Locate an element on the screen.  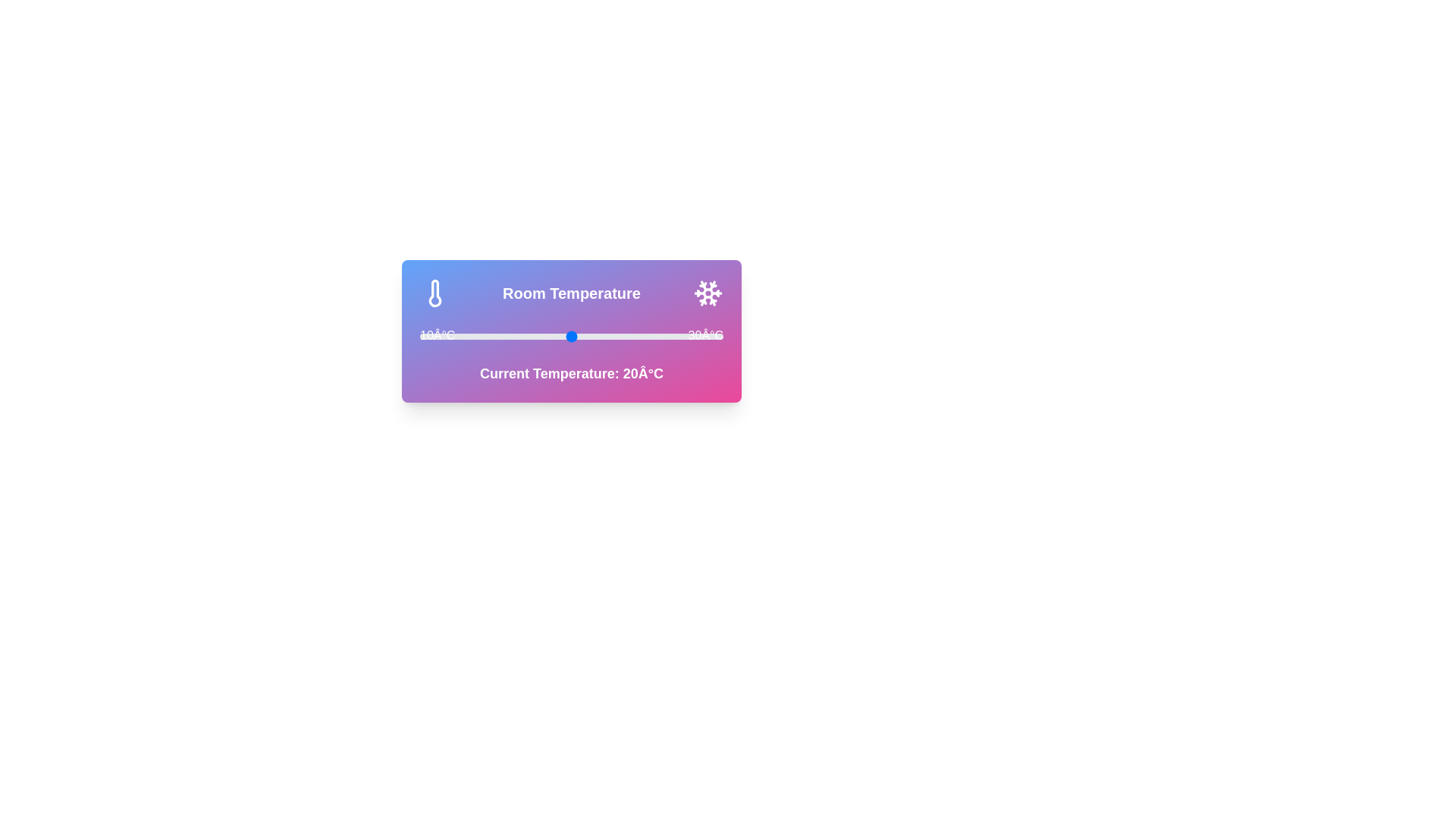
the snowflake icon is located at coordinates (707, 293).